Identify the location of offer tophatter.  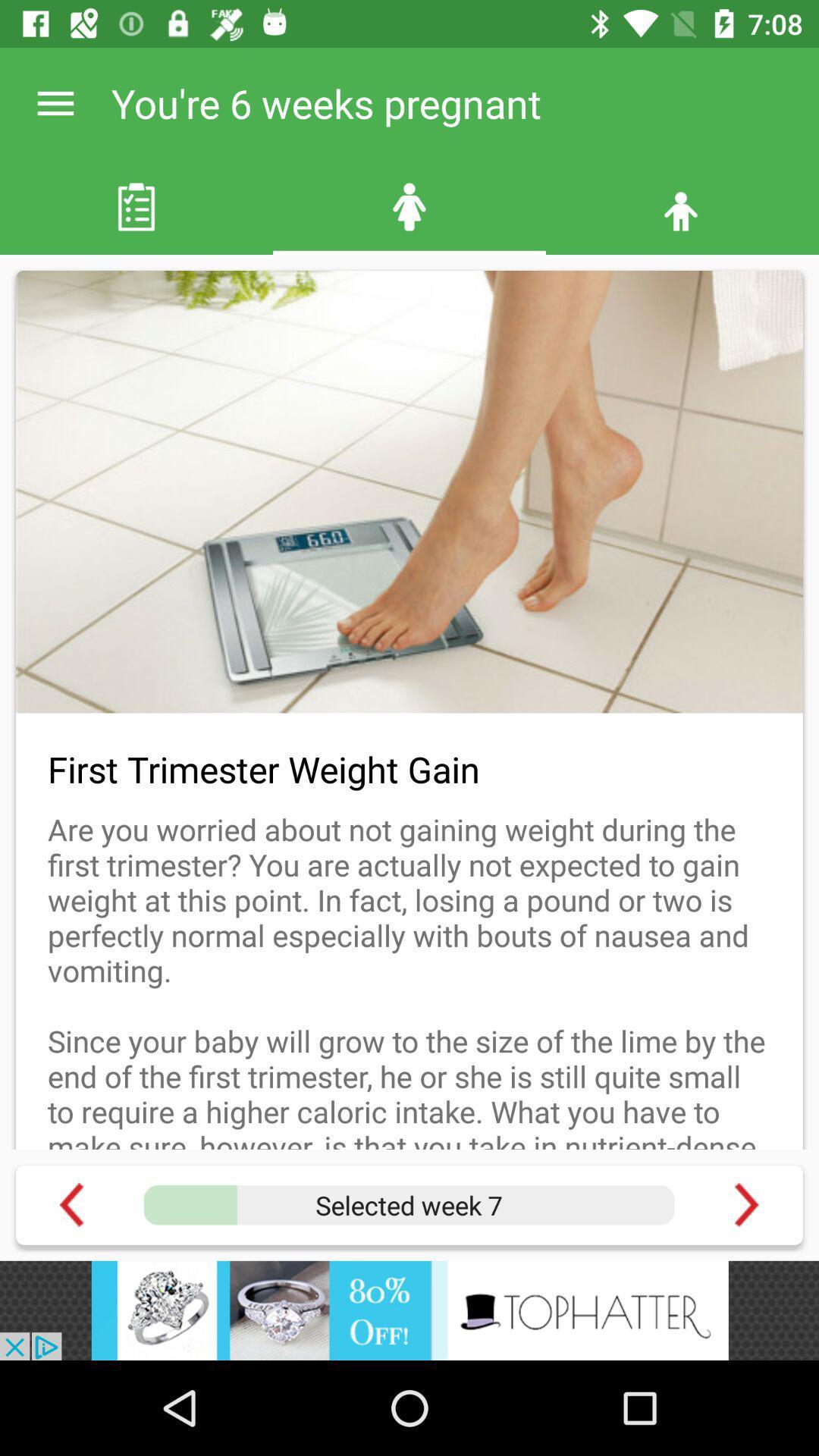
(409, 1310).